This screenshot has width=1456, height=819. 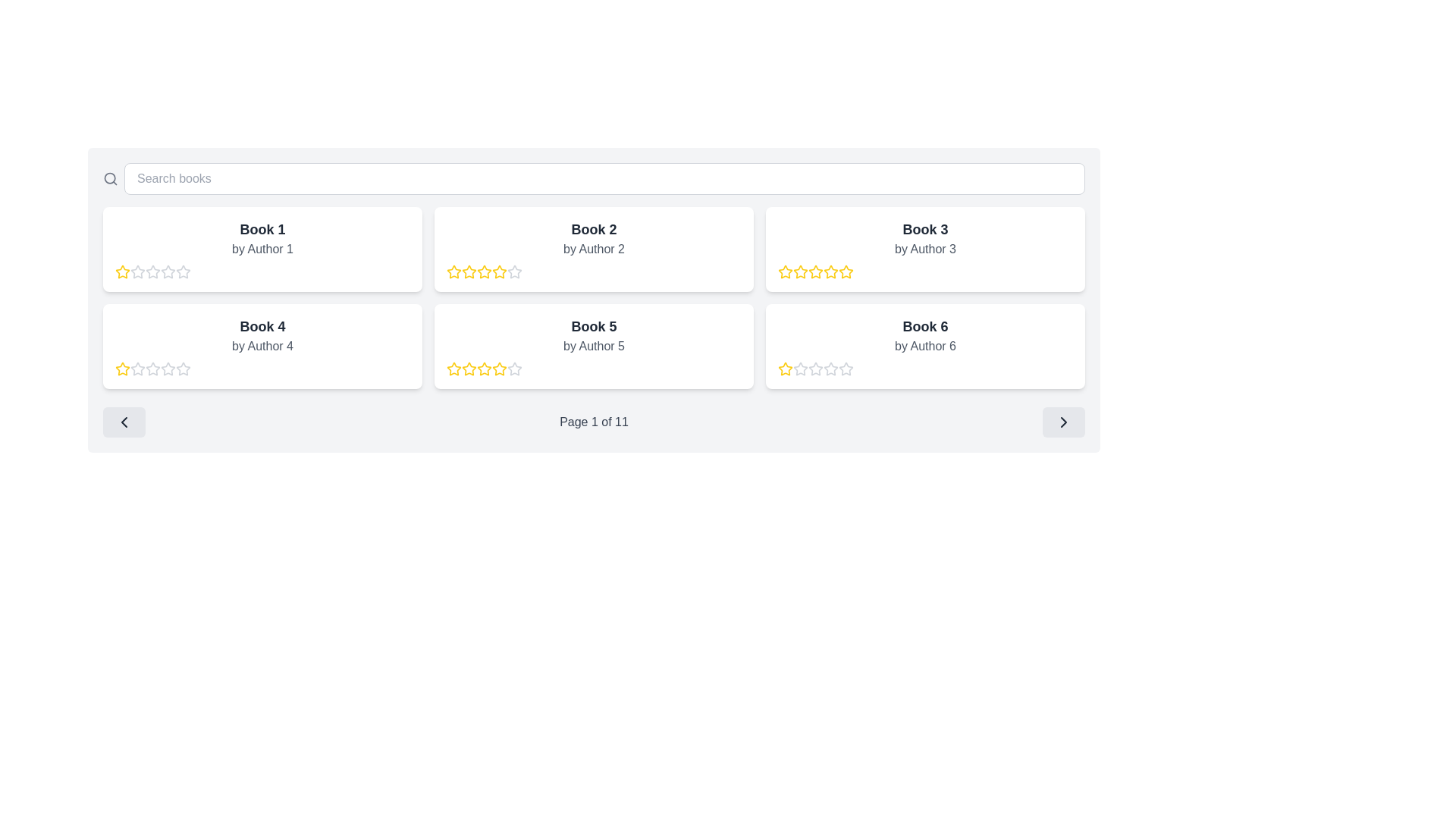 What do you see at coordinates (138, 271) in the screenshot?
I see `the third star-shaped icon in the rating sequence under 'Book 1' by 'Author 1' to rate it` at bounding box center [138, 271].